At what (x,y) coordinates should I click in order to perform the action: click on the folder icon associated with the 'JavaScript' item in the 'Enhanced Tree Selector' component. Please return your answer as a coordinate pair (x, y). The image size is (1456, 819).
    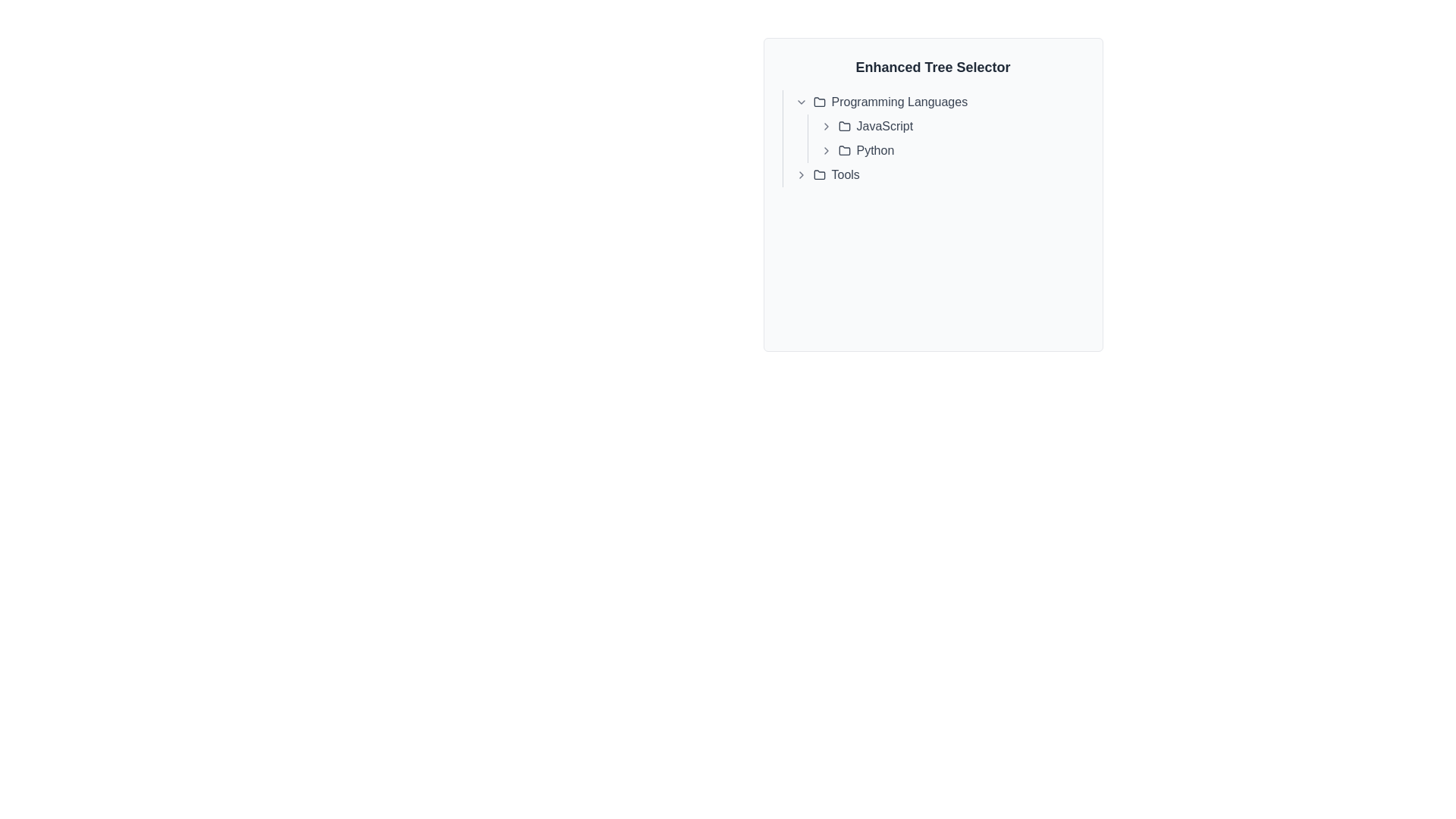
    Looking at the image, I should click on (843, 125).